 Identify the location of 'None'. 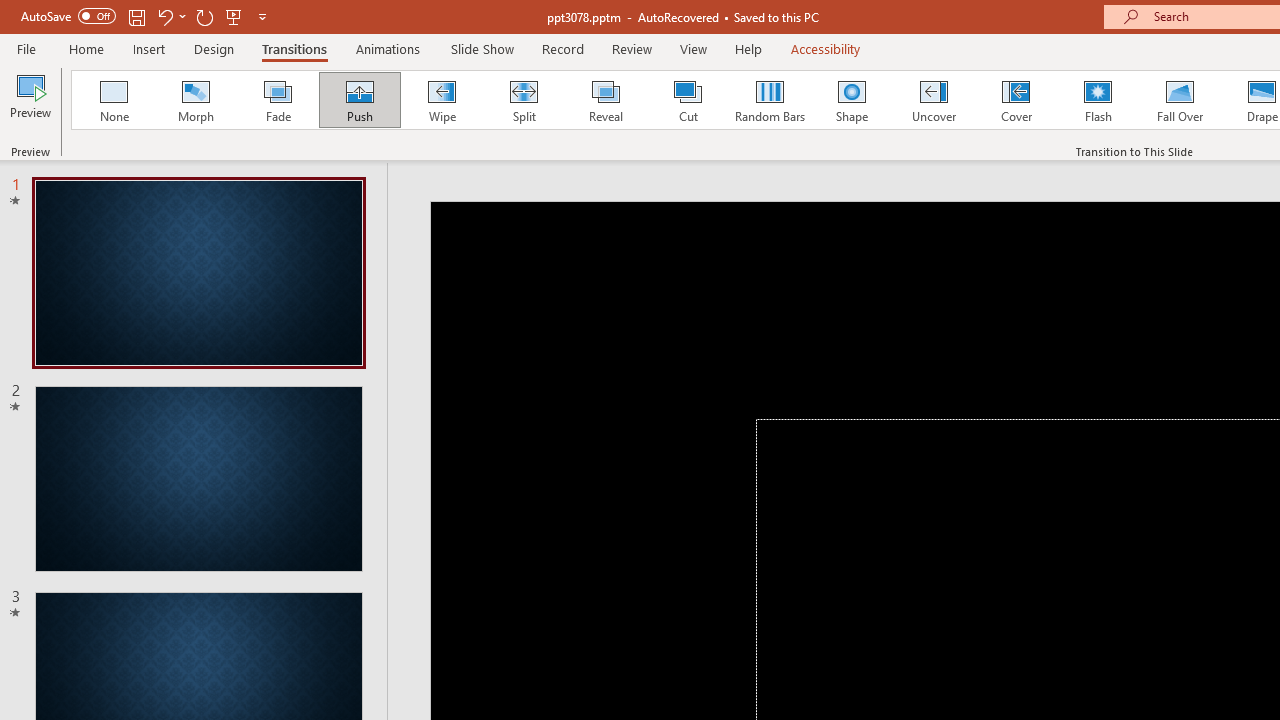
(112, 100).